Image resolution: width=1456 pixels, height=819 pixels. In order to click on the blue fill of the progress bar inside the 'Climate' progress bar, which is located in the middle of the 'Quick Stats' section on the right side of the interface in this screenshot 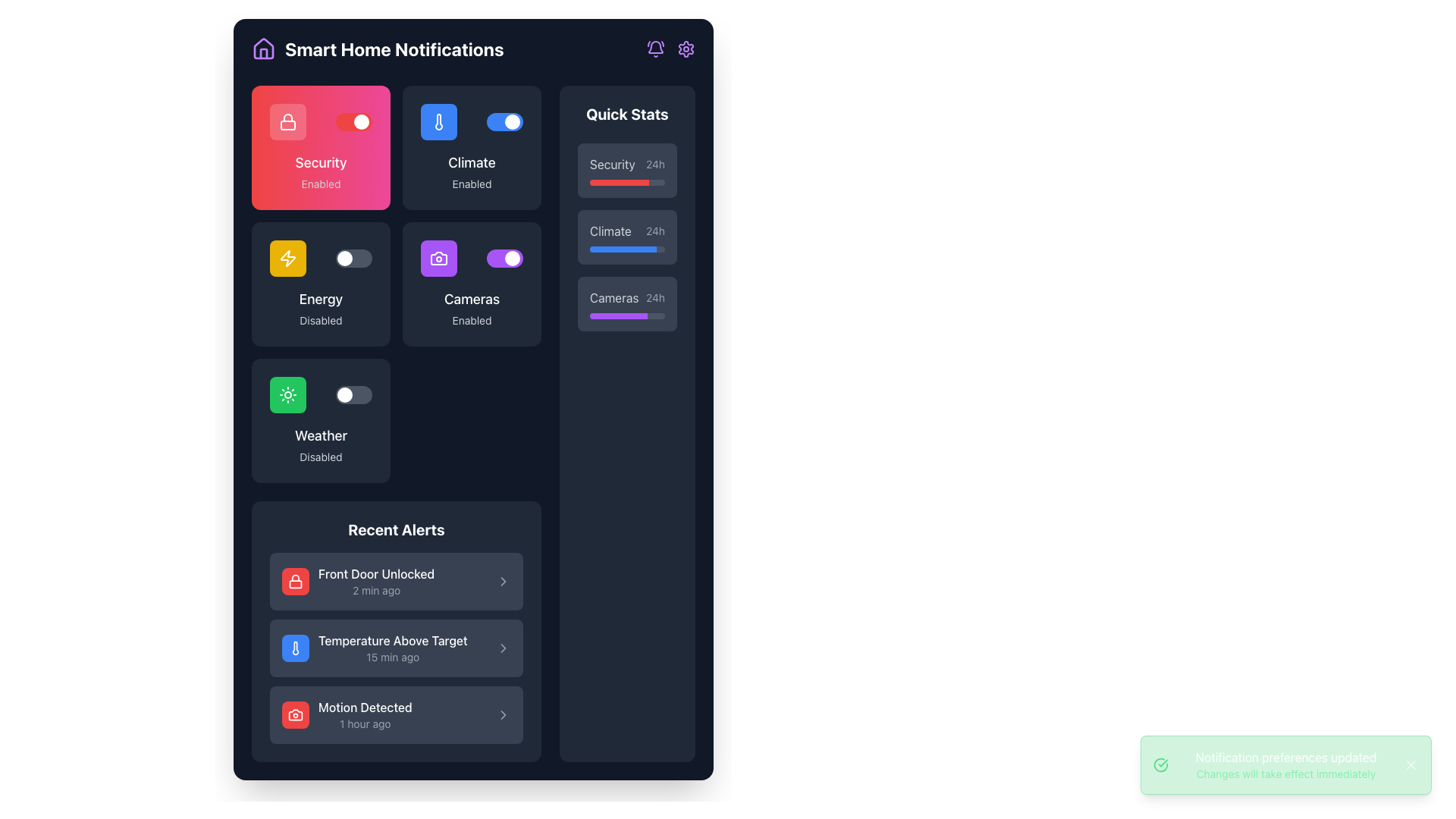, I will do `click(623, 248)`.